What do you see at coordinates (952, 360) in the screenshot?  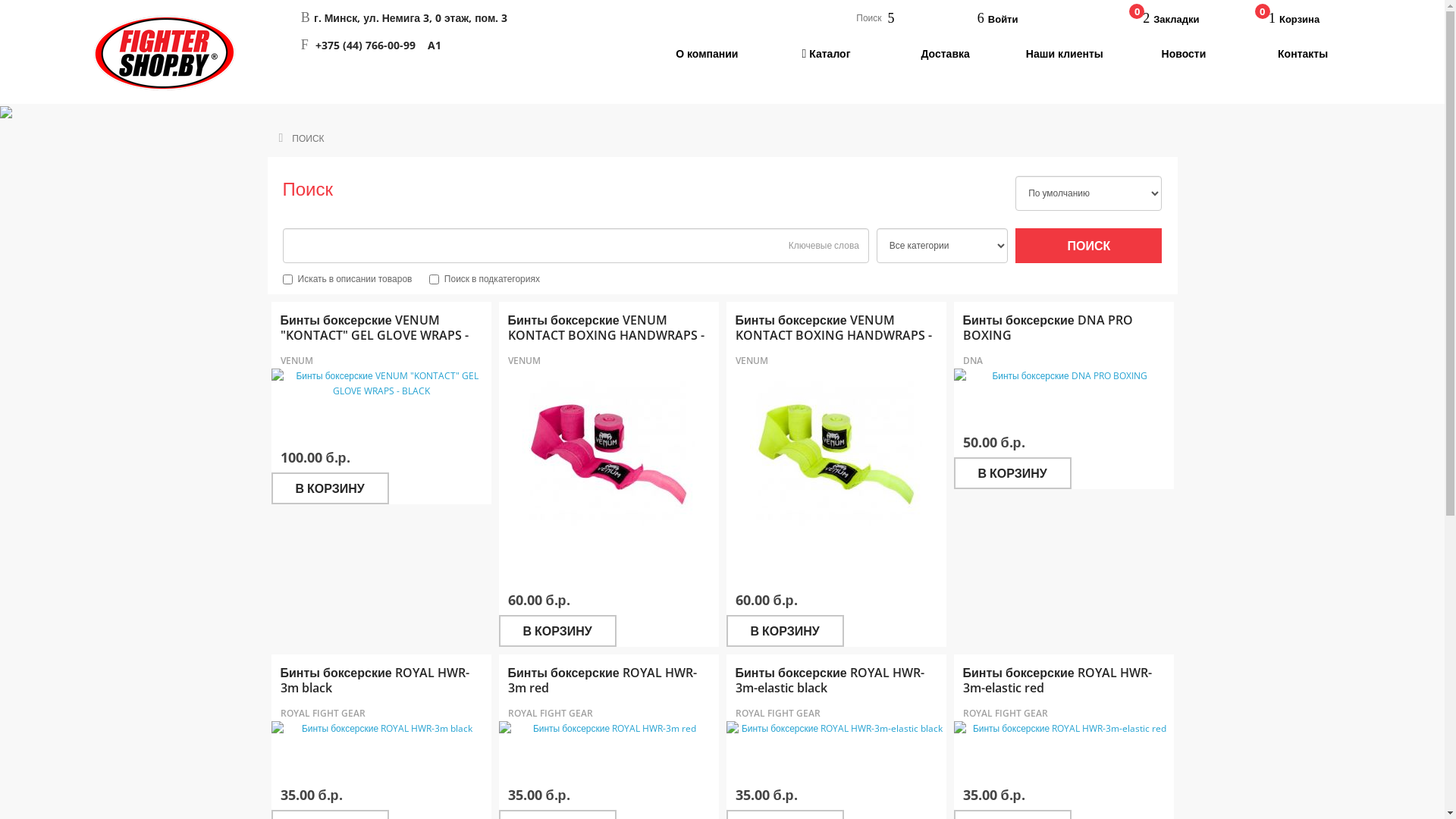 I see `'DNA'` at bounding box center [952, 360].